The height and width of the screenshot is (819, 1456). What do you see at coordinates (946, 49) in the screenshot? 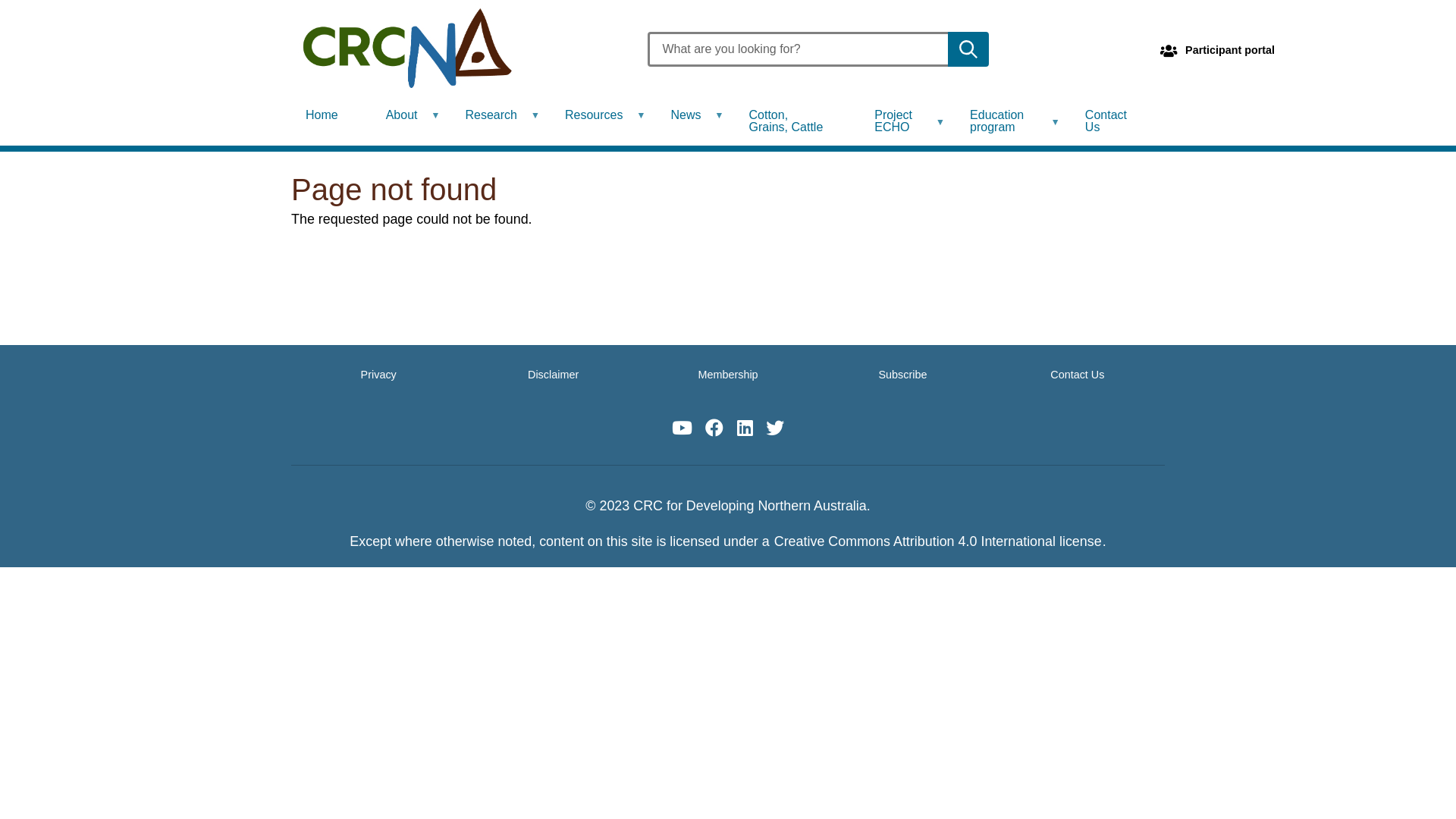
I see `'Search'` at bounding box center [946, 49].